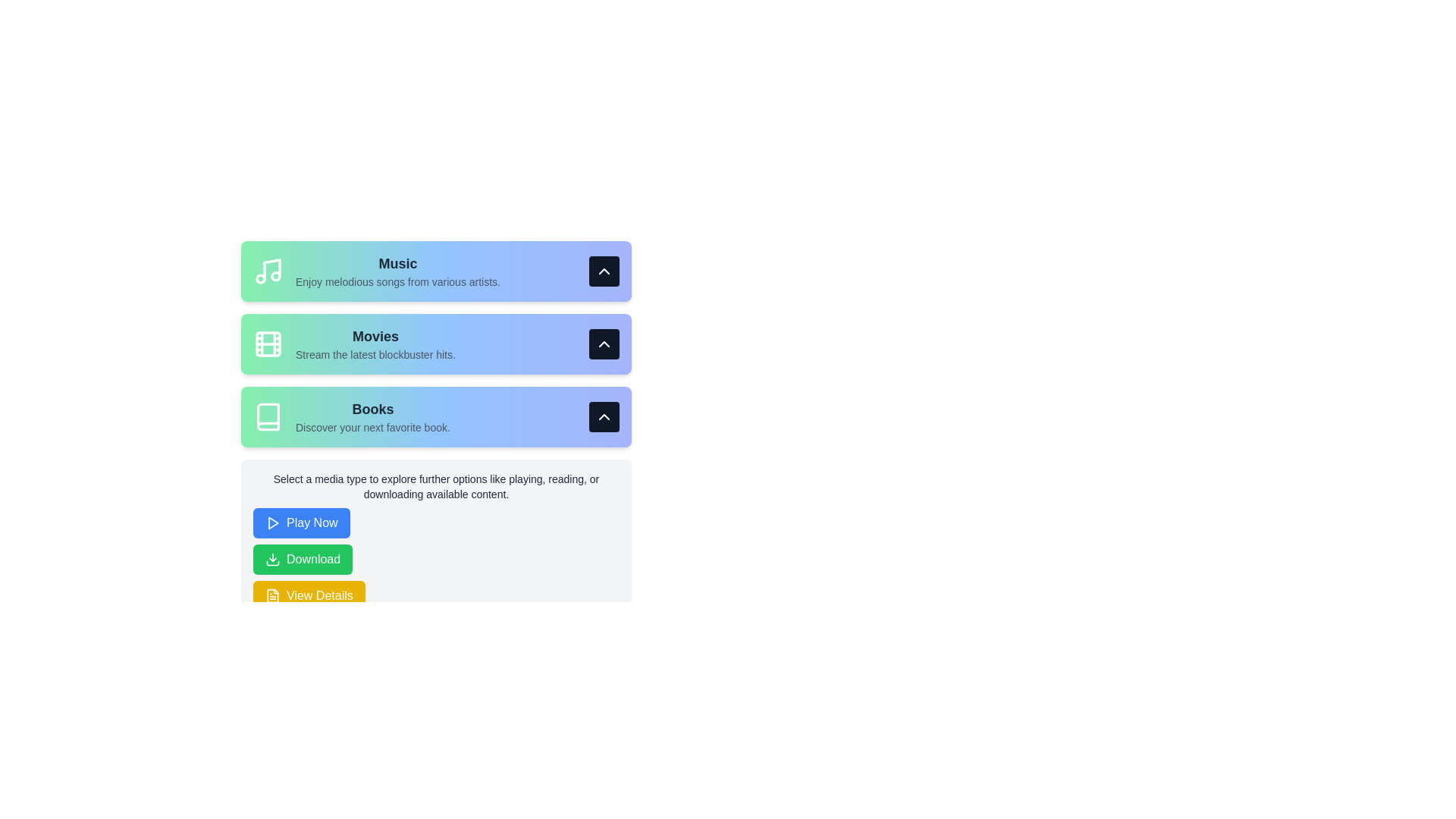 The image size is (1456, 819). What do you see at coordinates (273, 559) in the screenshot?
I see `the minimalist outline icon resembling a downward arrow located to the left of the 'Download' button within the green rectangular section at the bottom center of the layout` at bounding box center [273, 559].